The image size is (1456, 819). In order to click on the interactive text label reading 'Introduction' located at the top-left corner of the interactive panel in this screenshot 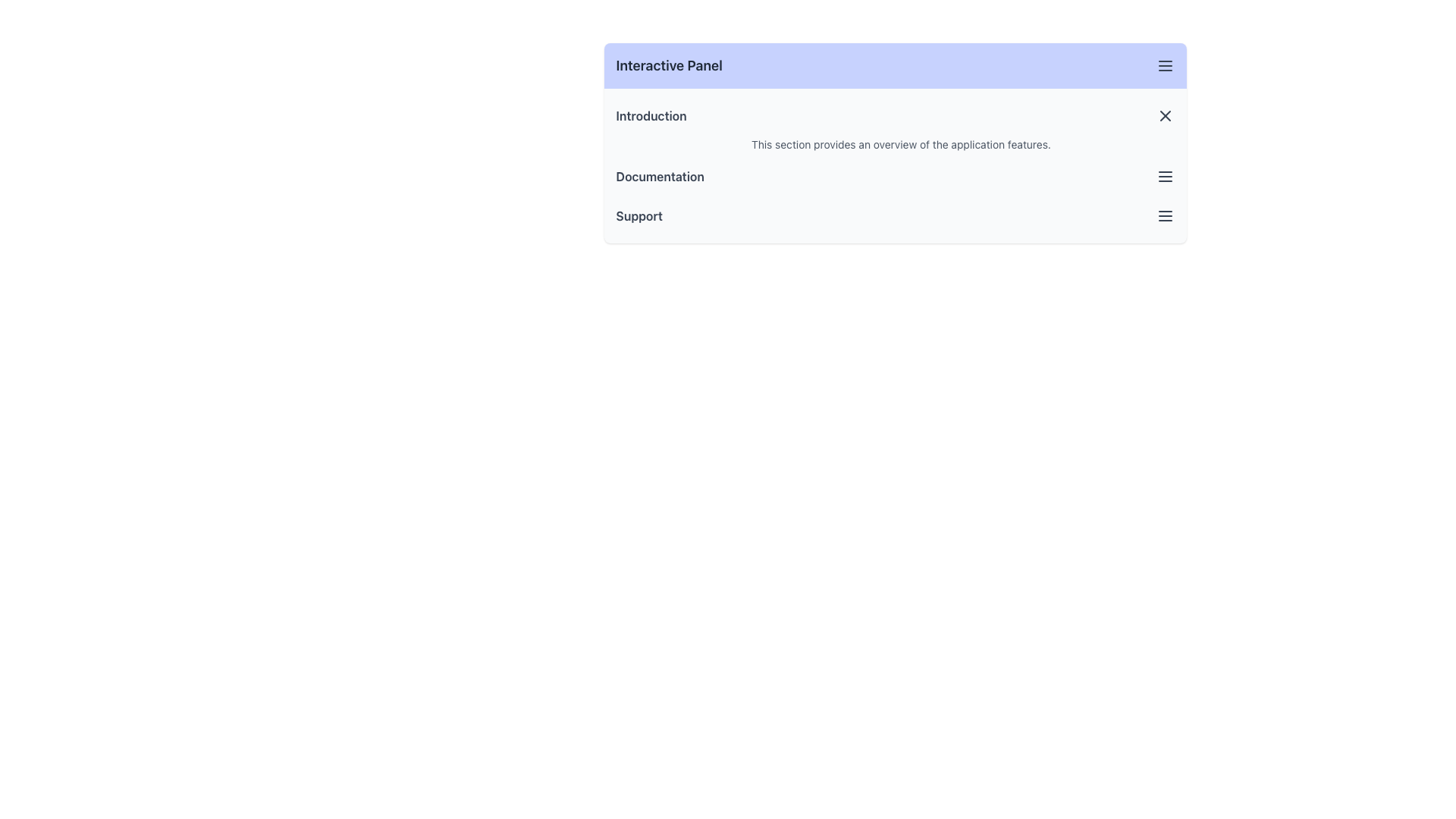, I will do `click(651, 115)`.